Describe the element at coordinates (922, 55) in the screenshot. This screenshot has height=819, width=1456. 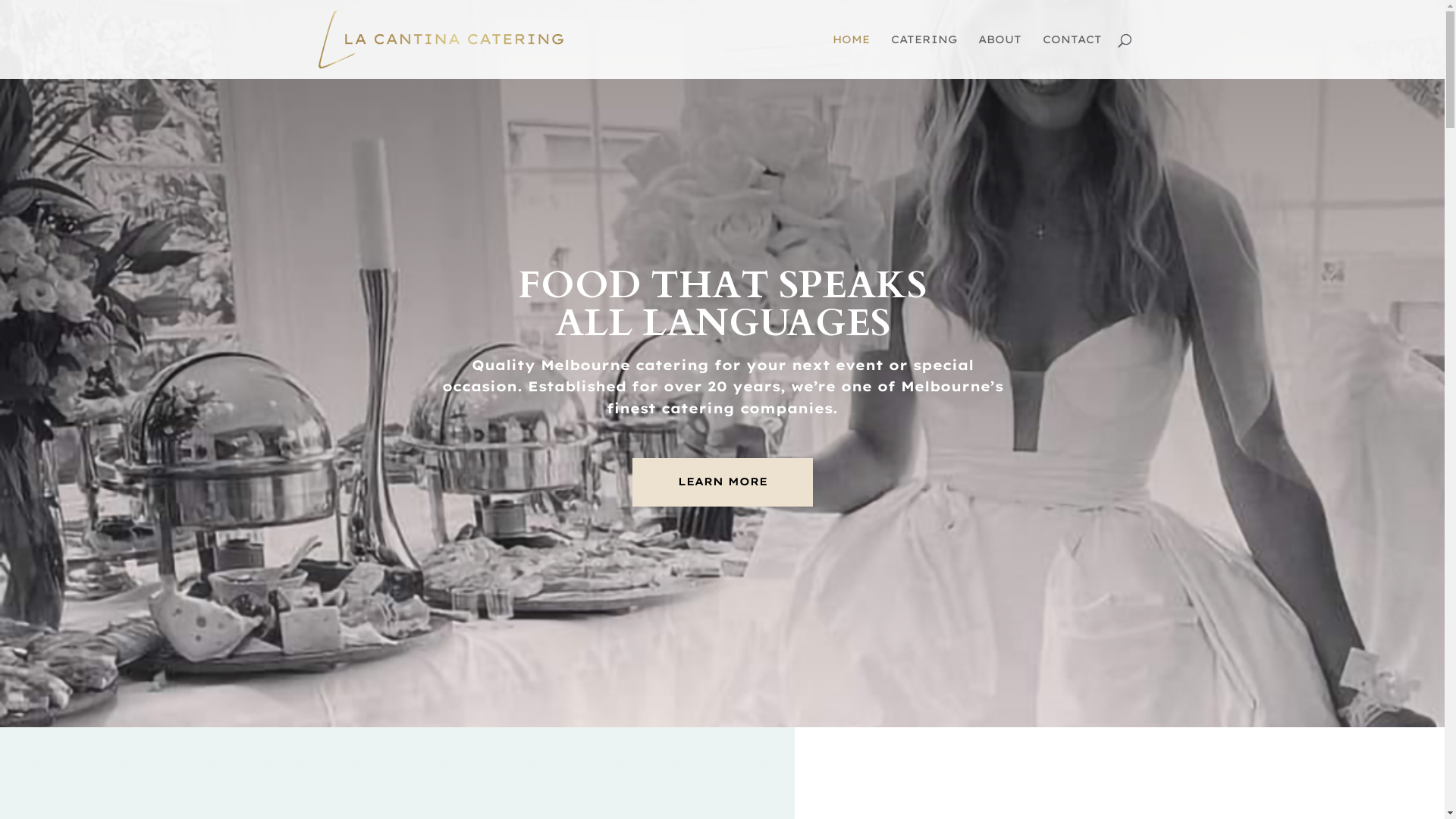
I see `'CATERING'` at that location.